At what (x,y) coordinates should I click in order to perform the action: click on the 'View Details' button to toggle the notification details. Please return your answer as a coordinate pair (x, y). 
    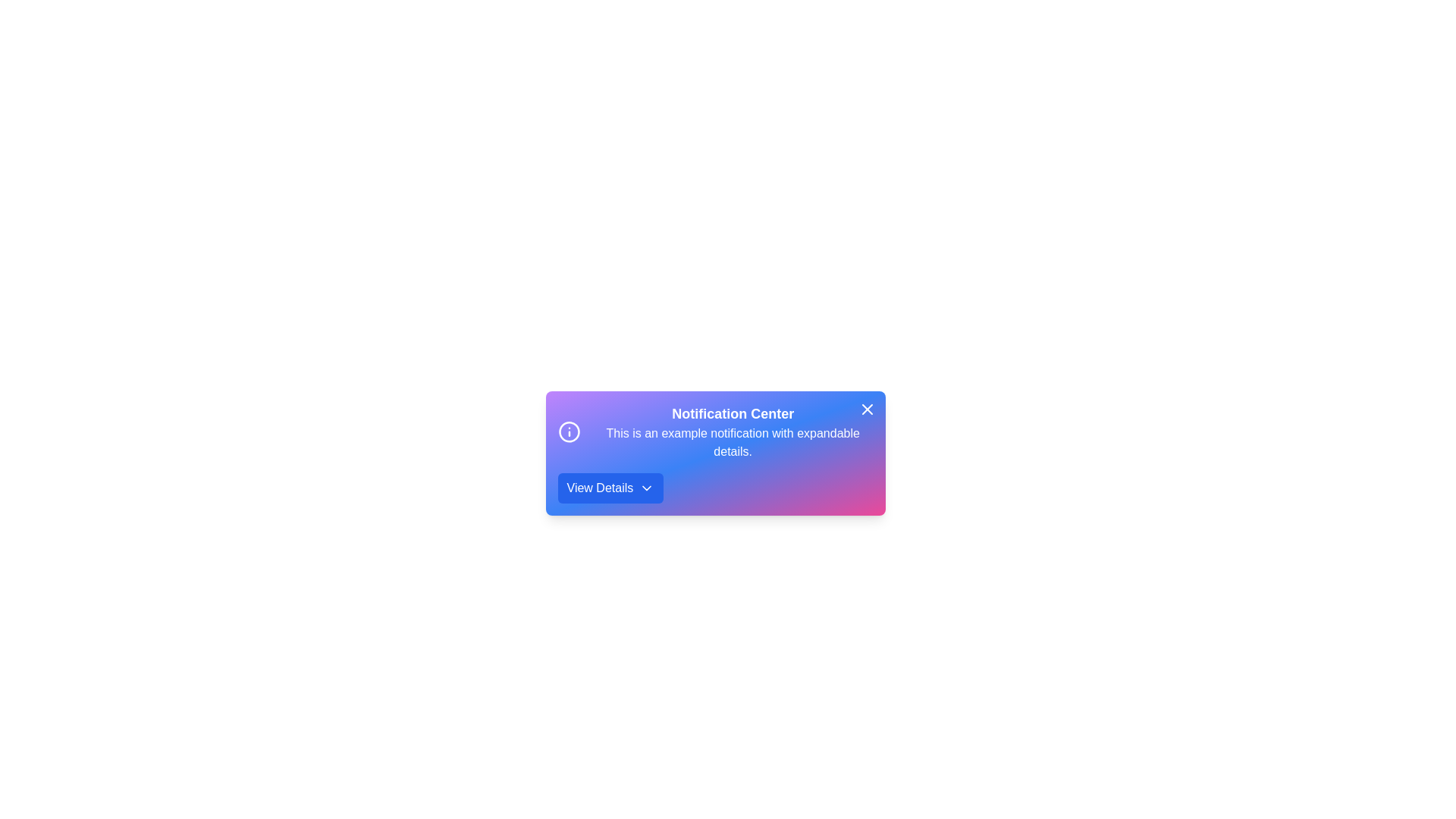
    Looking at the image, I should click on (610, 488).